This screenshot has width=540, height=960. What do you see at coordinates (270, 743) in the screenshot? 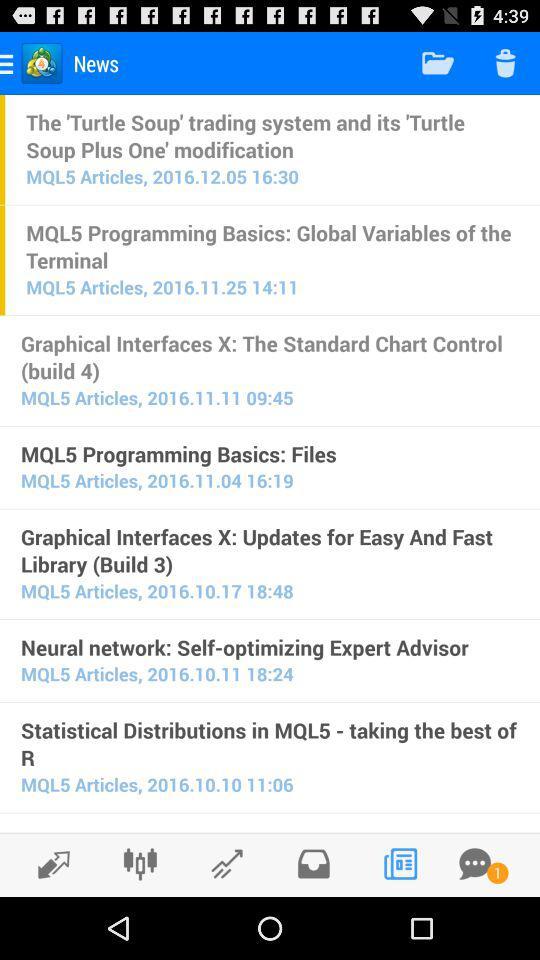
I see `item above mql5 articles 2016` at bounding box center [270, 743].